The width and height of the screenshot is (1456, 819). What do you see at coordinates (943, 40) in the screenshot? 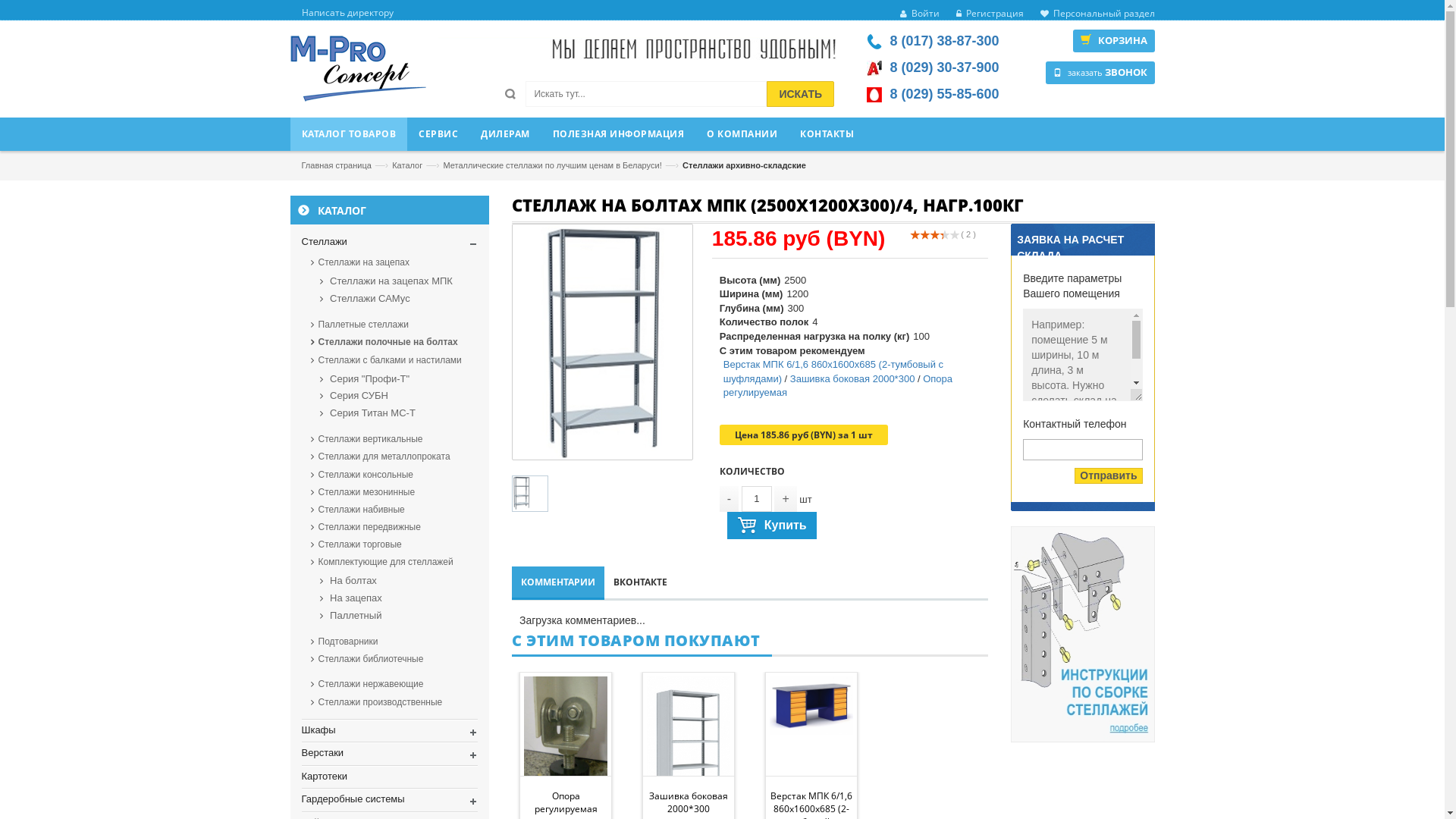
I see `'8 (017) 38-87-300'` at bounding box center [943, 40].